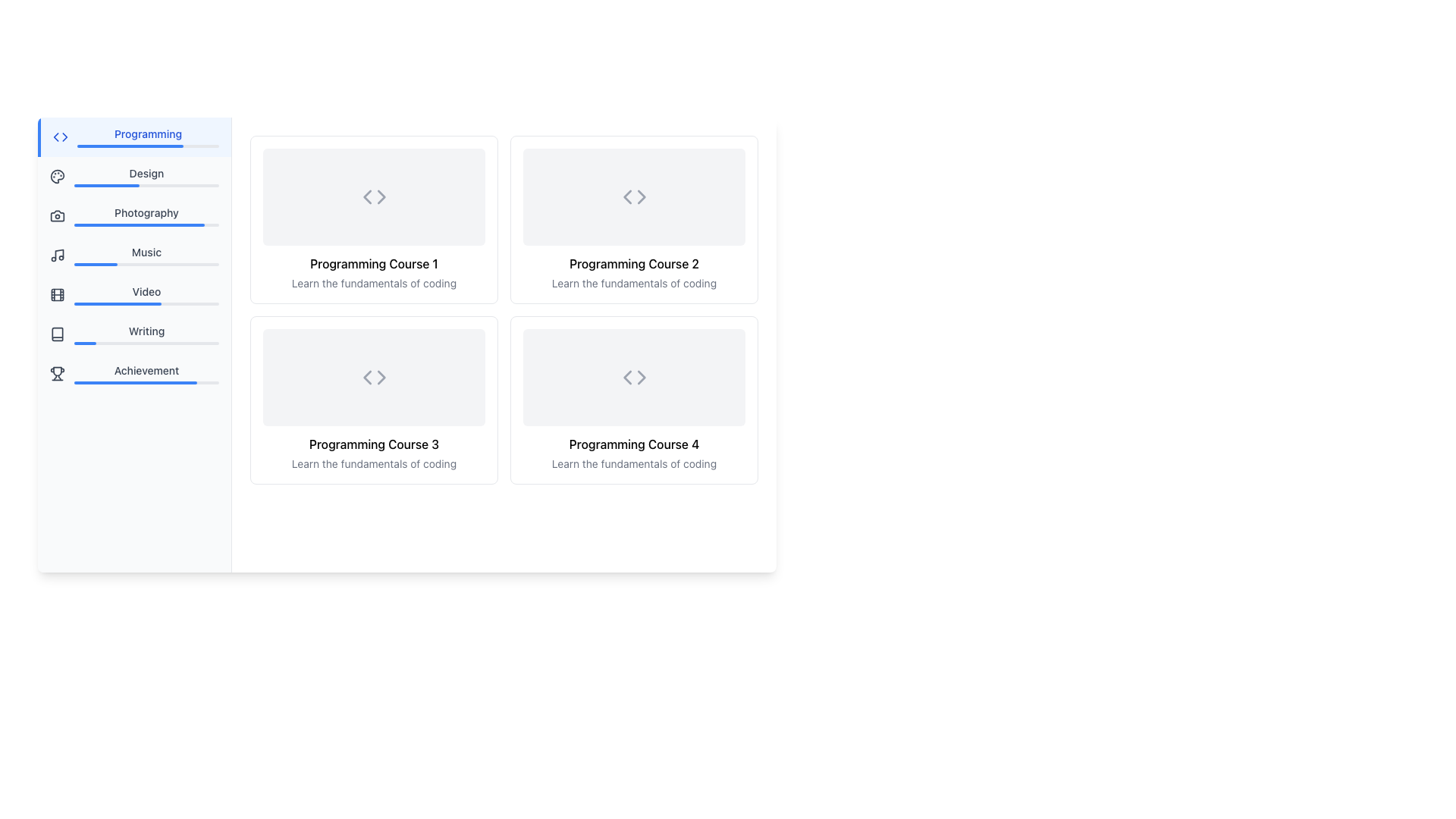 The image size is (1456, 819). Describe the element at coordinates (134, 295) in the screenshot. I see `the 'Video' button located in the vertical sidebar menu, which is the fifth item below 'Music' and above 'Writing'` at that location.